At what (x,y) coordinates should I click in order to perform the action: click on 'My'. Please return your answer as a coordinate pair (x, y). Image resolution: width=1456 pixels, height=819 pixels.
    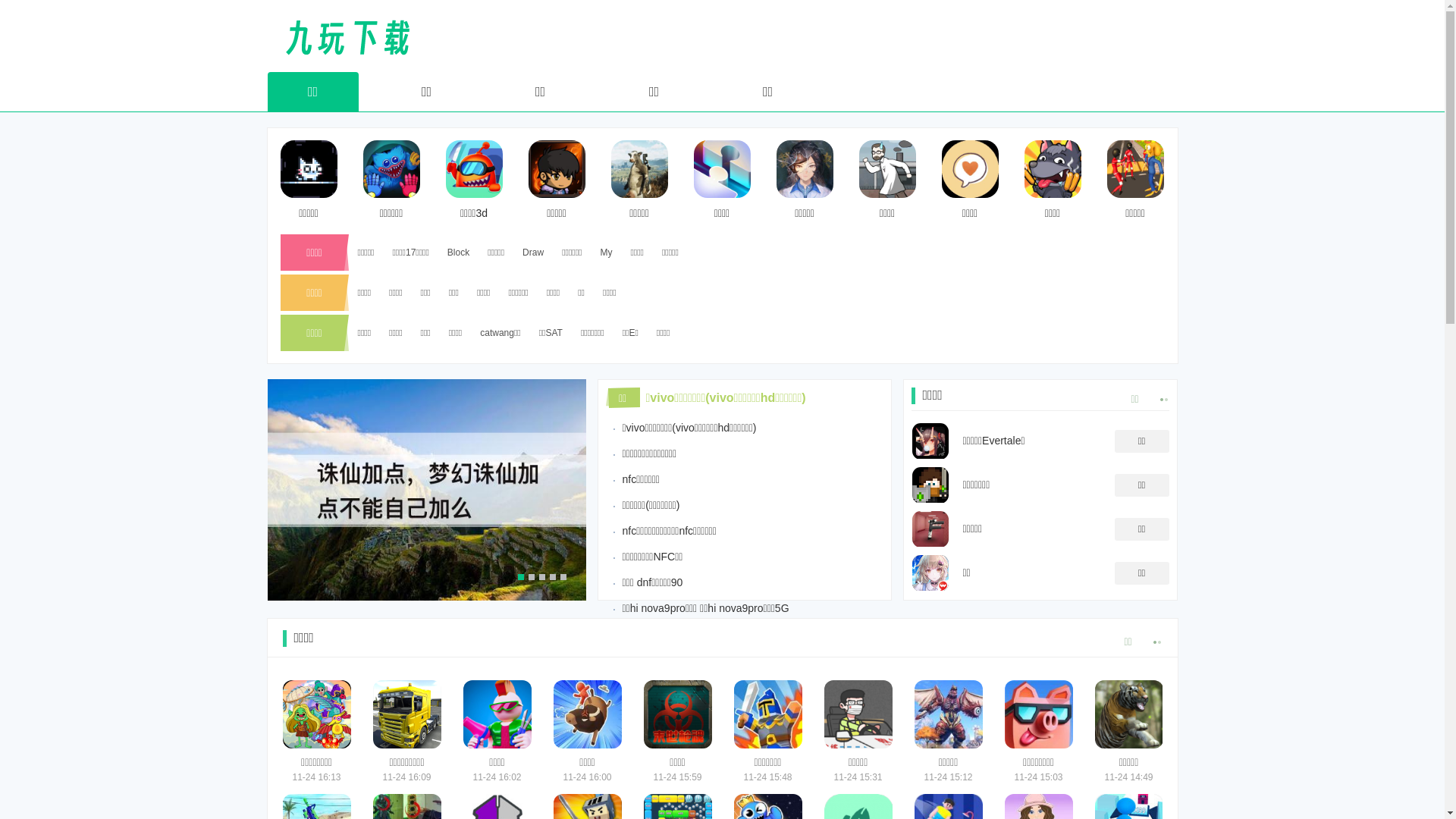
    Looking at the image, I should click on (604, 251).